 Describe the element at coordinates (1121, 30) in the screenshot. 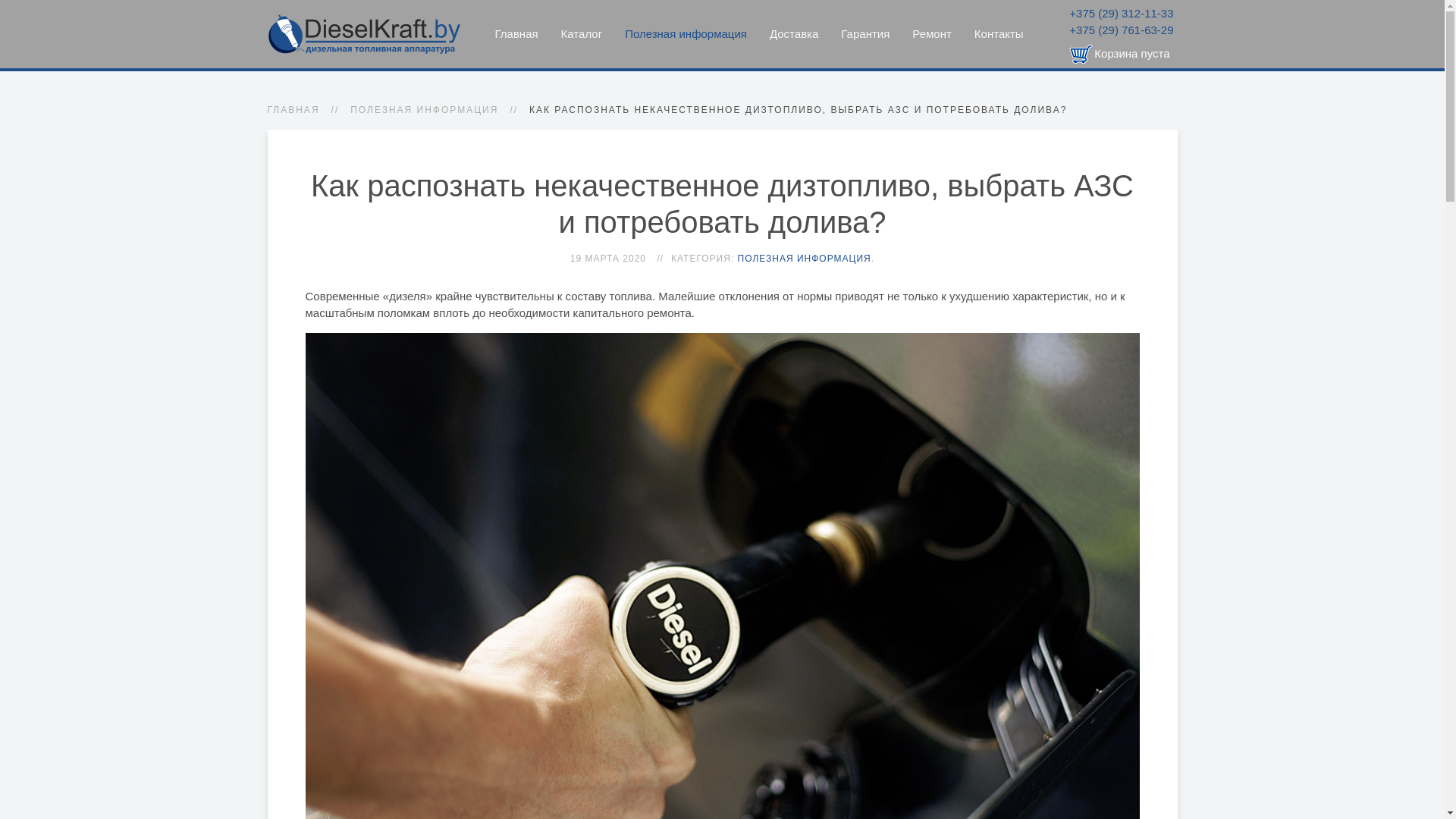

I see `'+375 (29) 761-63-29'` at that location.